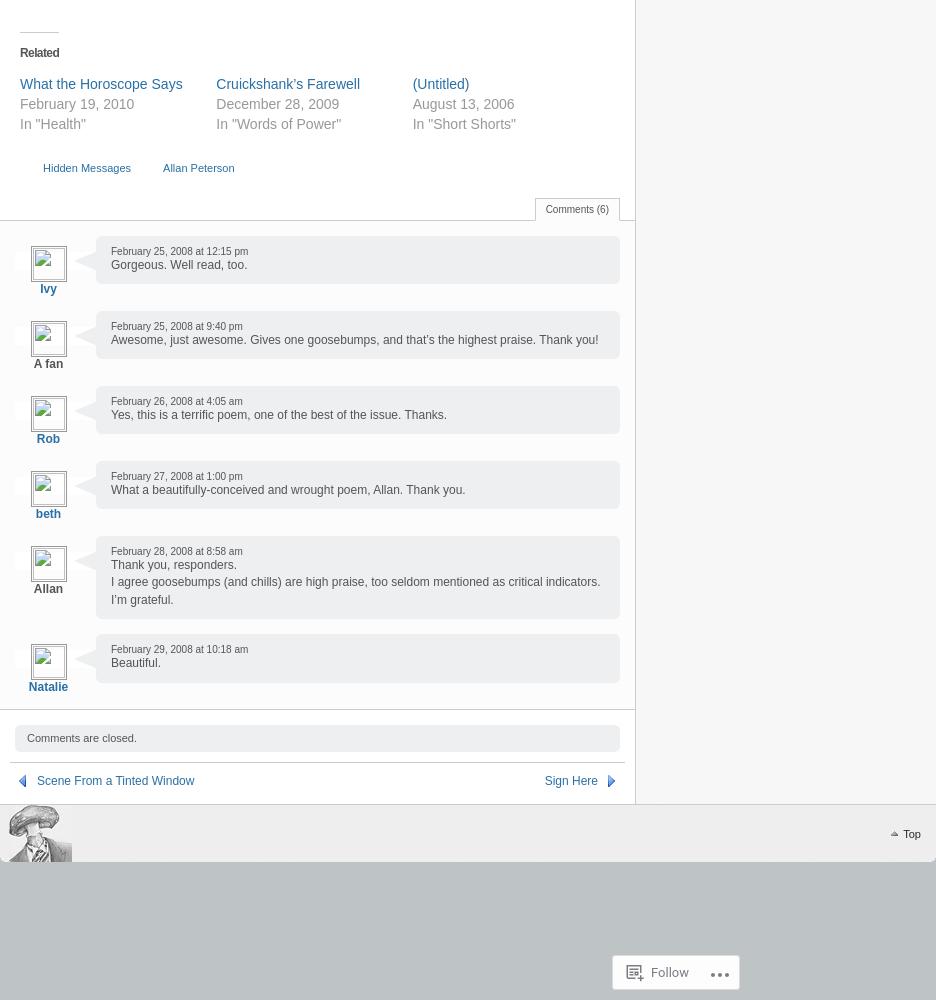 The width and height of the screenshot is (936, 1000). What do you see at coordinates (38, 52) in the screenshot?
I see `'Related'` at bounding box center [38, 52].